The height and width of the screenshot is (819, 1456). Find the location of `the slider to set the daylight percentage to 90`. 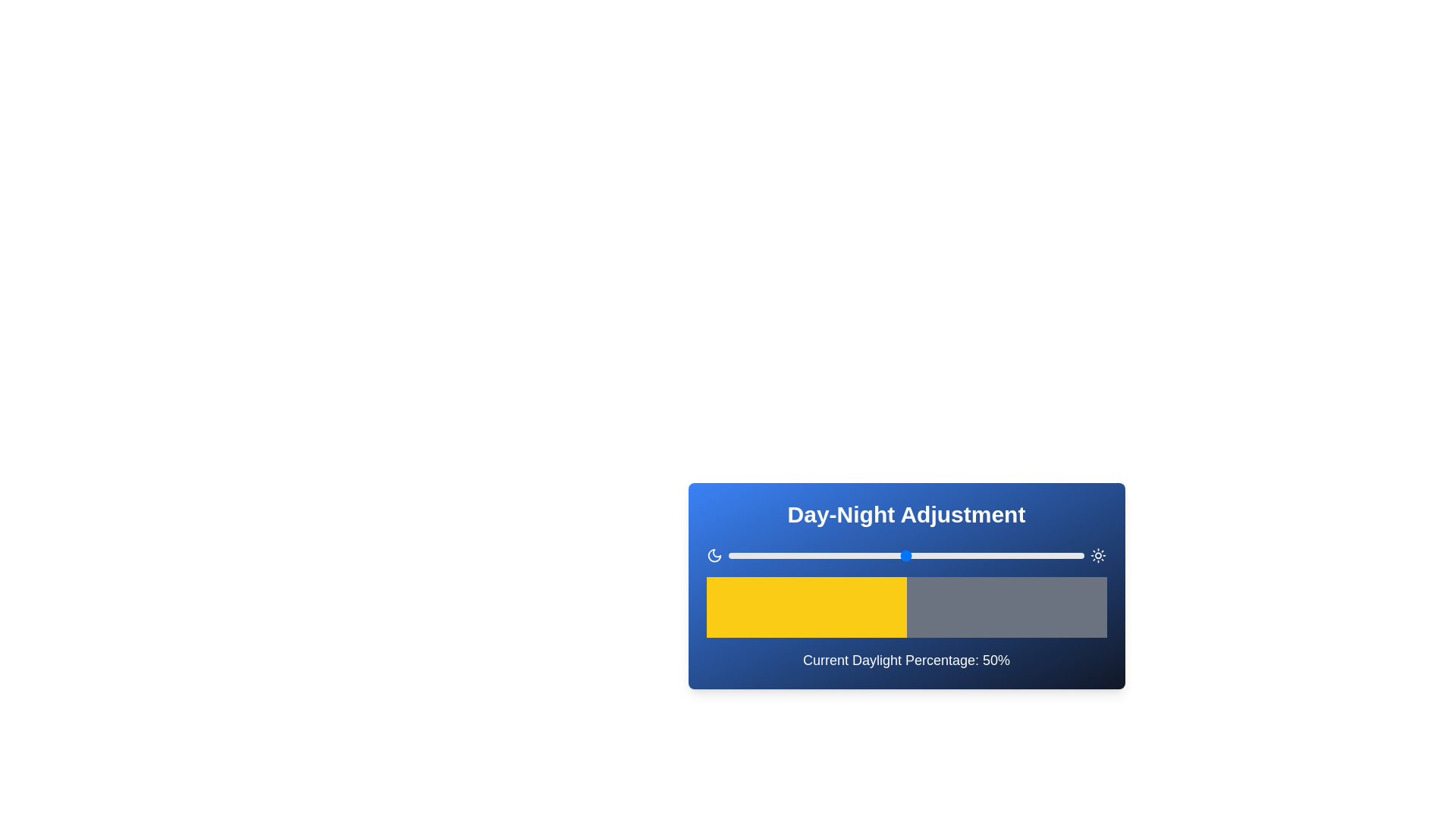

the slider to set the daylight percentage to 90 is located at coordinates (1048, 555).